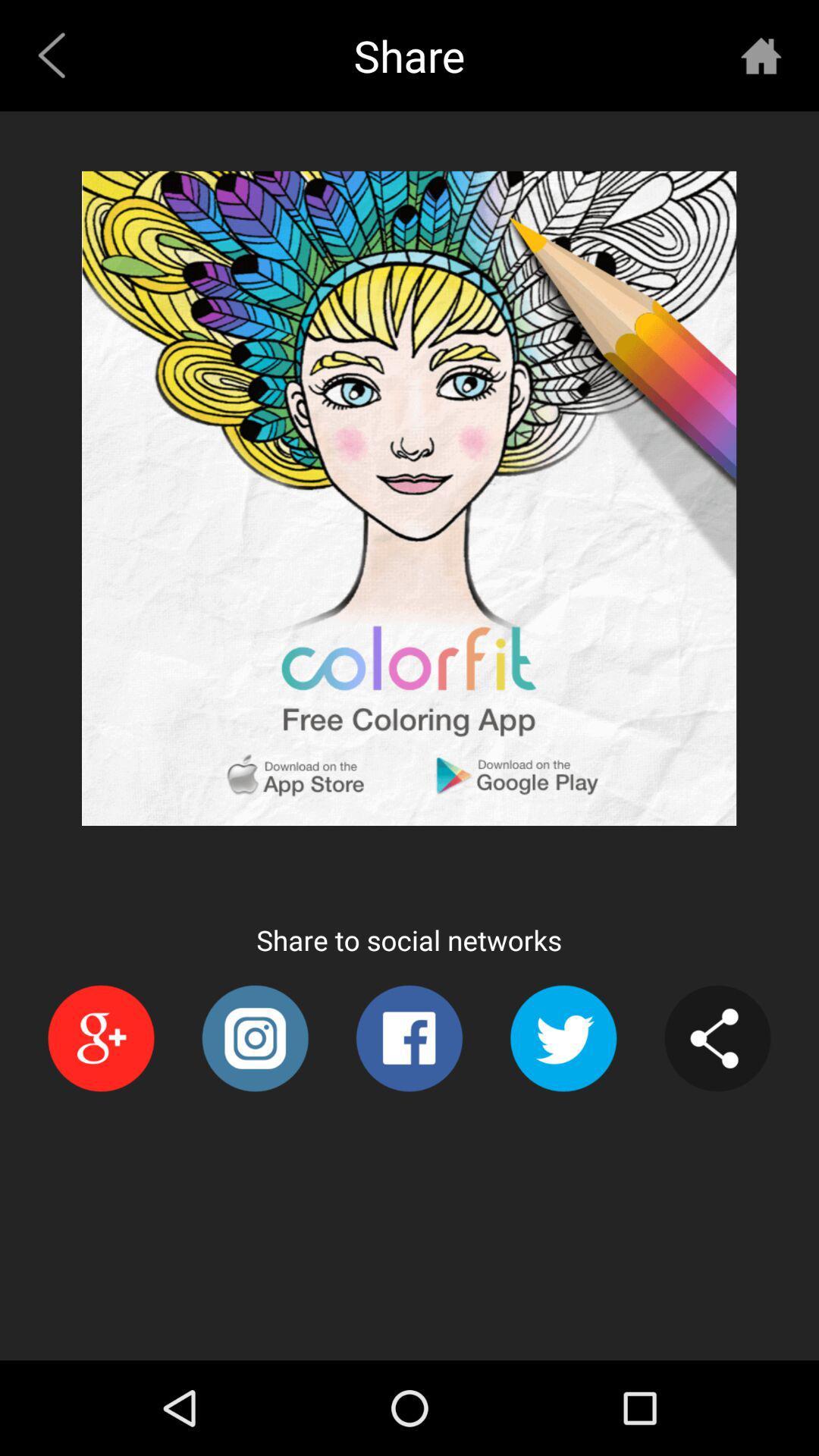 The height and width of the screenshot is (1456, 819). What do you see at coordinates (57, 59) in the screenshot?
I see `the arrow_backward icon` at bounding box center [57, 59].